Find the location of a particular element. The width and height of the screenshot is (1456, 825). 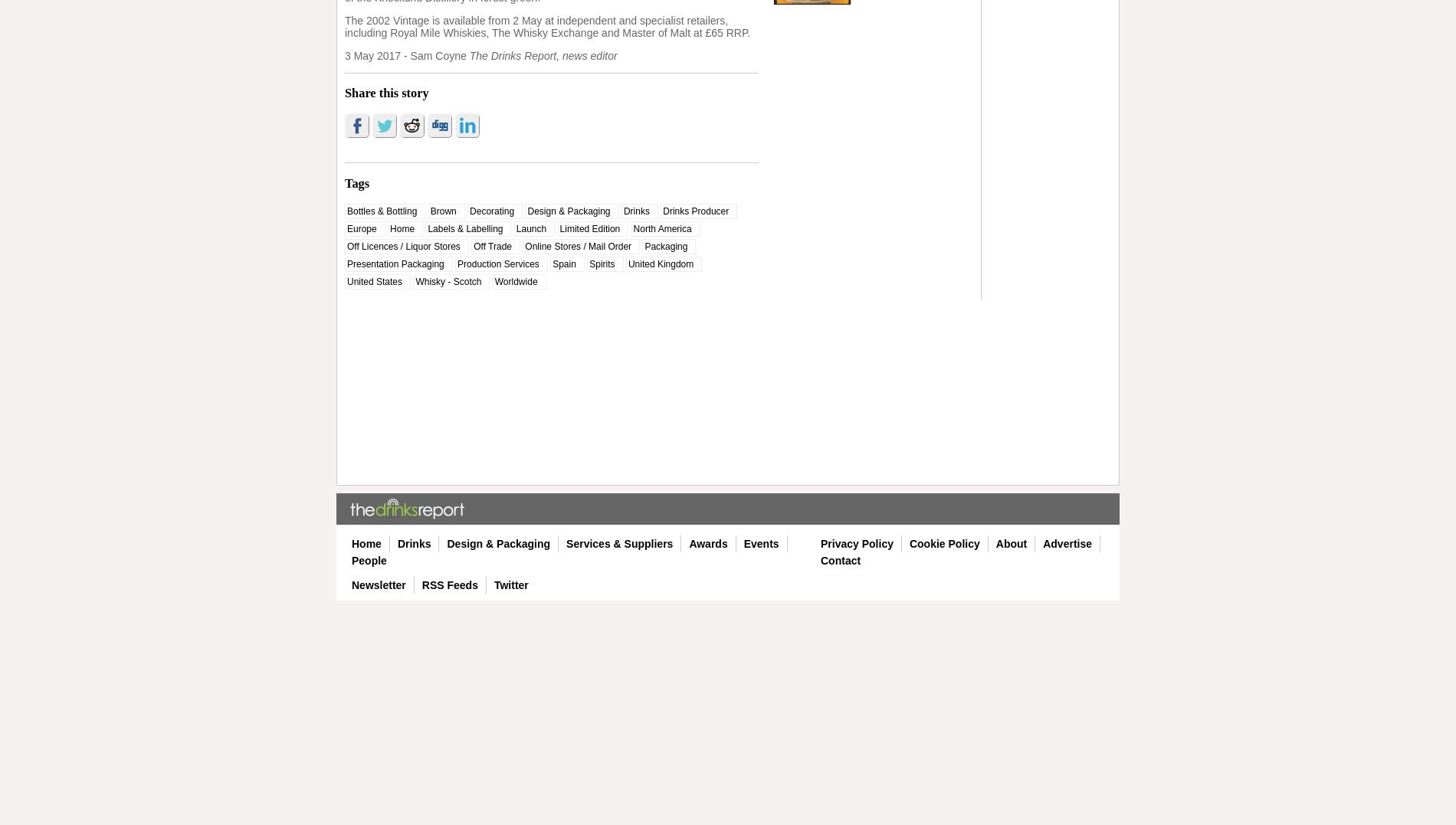

'Decorating' is located at coordinates (492, 211).